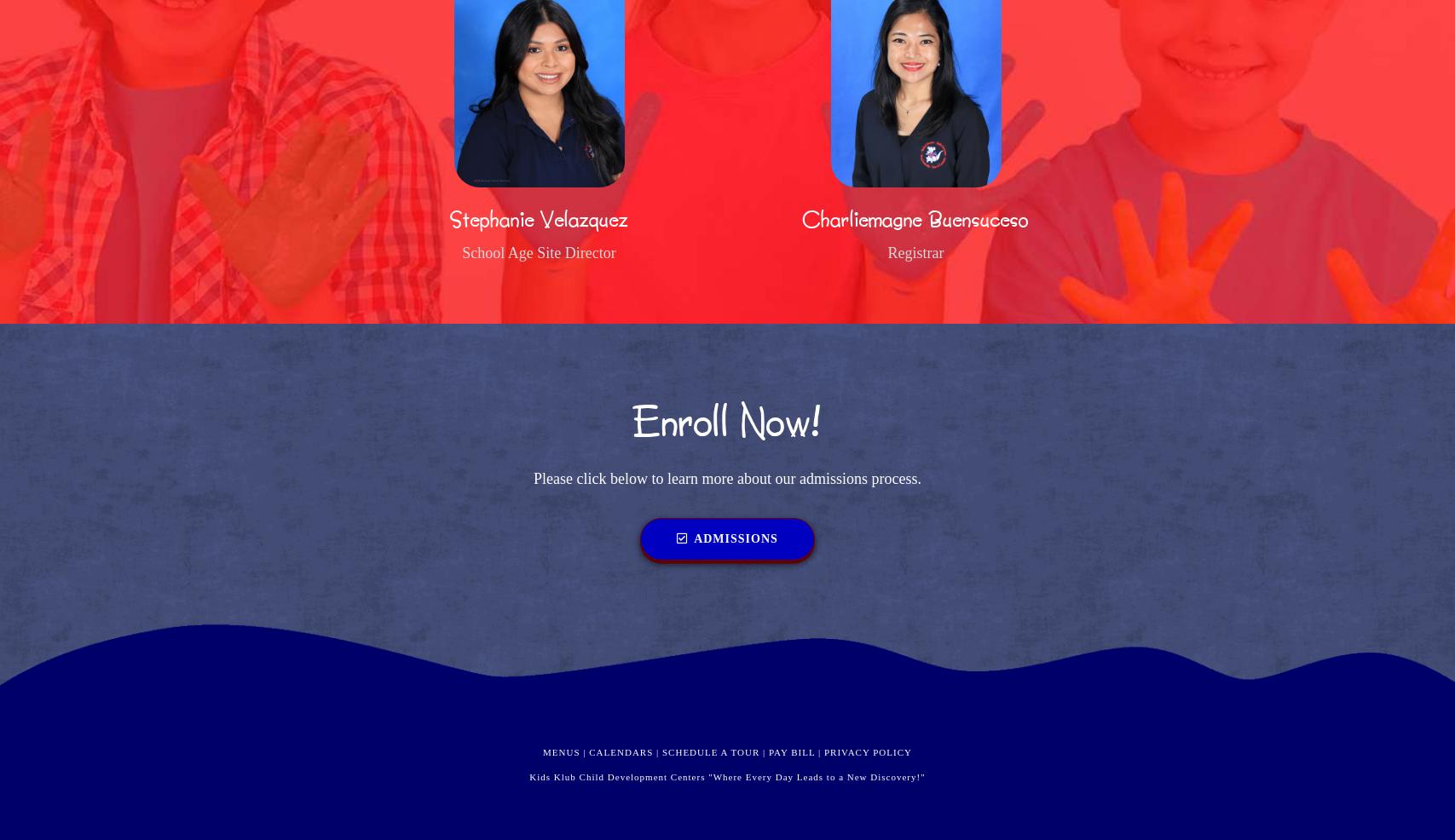  Describe the element at coordinates (726, 775) in the screenshot. I see `'Kids Klub Child Development Centers "Where Every Day Leads to a New Discovery!"'` at that location.